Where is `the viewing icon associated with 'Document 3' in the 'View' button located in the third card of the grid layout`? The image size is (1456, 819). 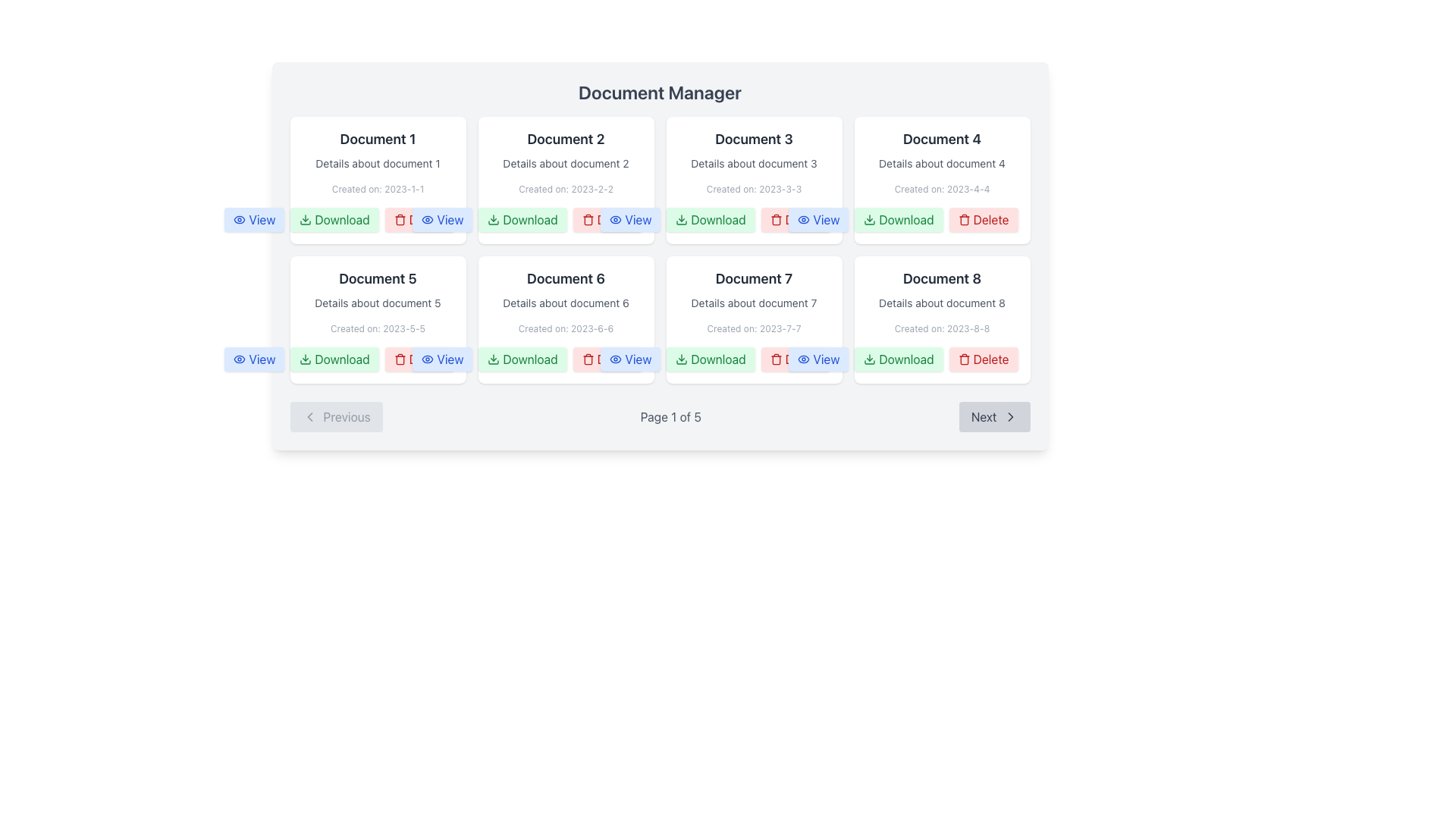
the viewing icon associated with 'Document 3' in the 'View' button located in the third card of the grid layout is located at coordinates (803, 219).